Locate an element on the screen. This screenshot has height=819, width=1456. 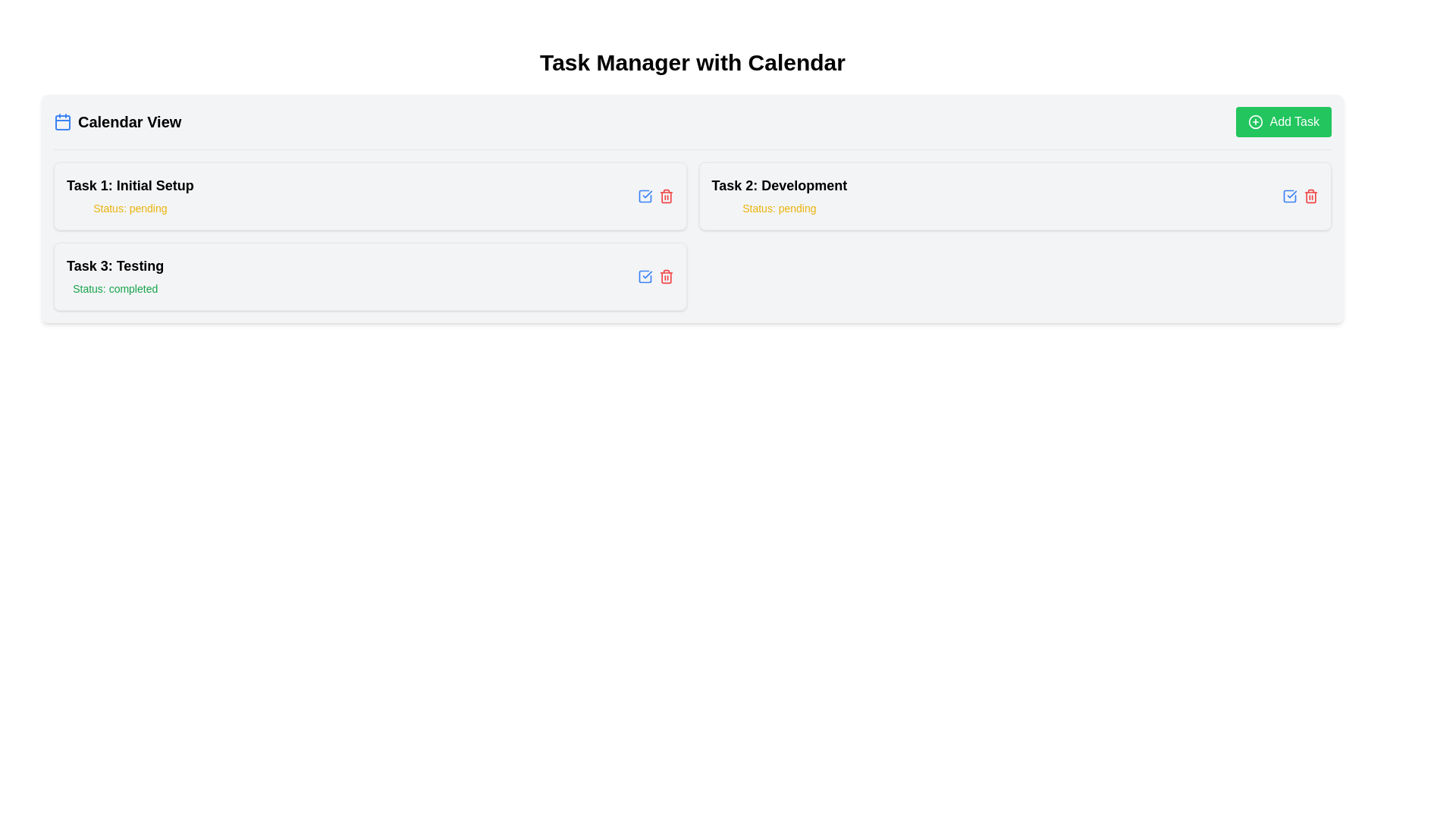
task title ('Task 3: Testing') and its completion status ('completed') displayed in the Text component located in the second row's left column under the 'Task 1: Initial Setup' card is located at coordinates (115, 277).